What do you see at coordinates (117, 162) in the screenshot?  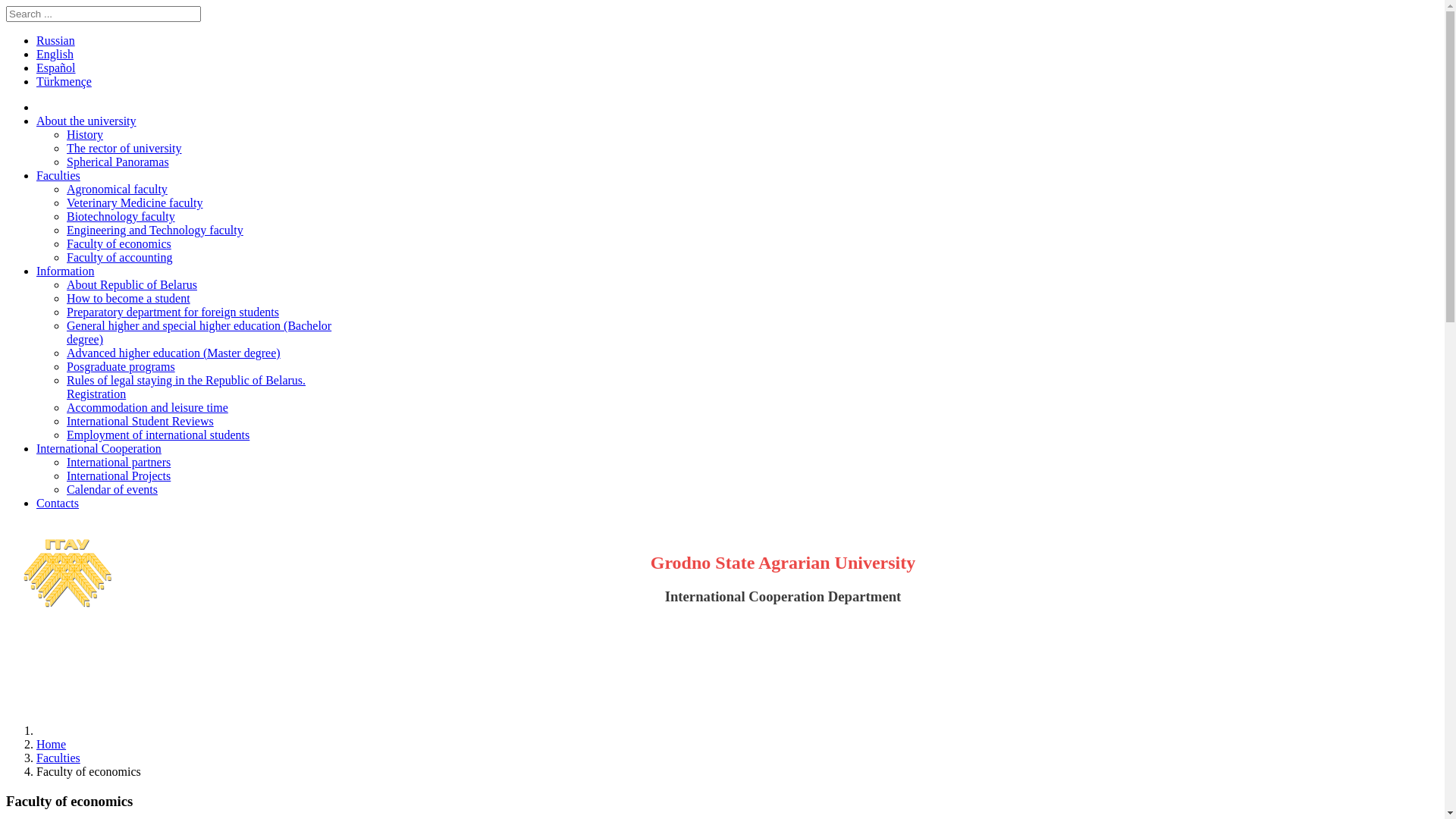 I see `'Spherical Panoramas'` at bounding box center [117, 162].